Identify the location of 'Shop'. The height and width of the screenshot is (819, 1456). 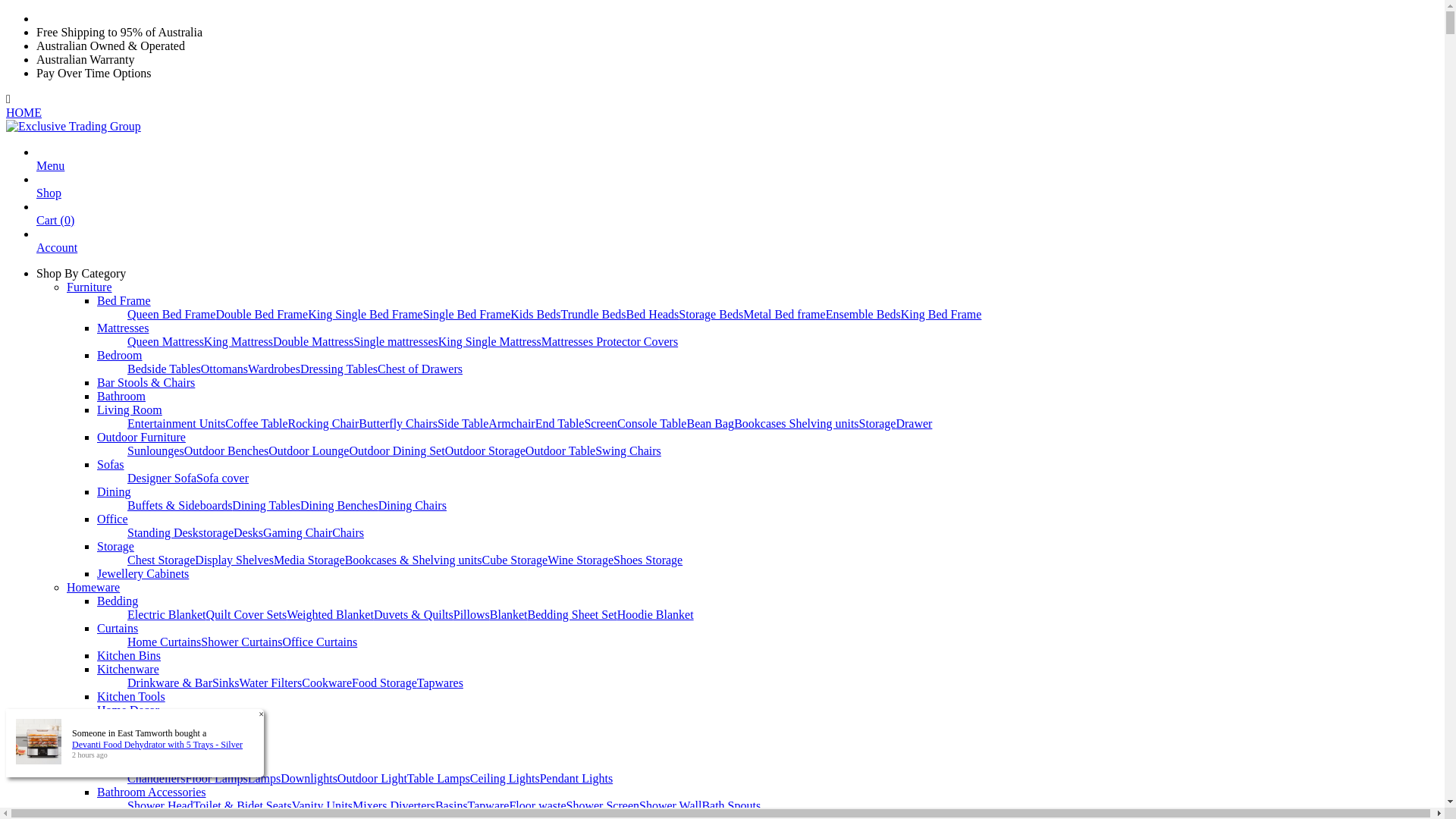
(49, 199).